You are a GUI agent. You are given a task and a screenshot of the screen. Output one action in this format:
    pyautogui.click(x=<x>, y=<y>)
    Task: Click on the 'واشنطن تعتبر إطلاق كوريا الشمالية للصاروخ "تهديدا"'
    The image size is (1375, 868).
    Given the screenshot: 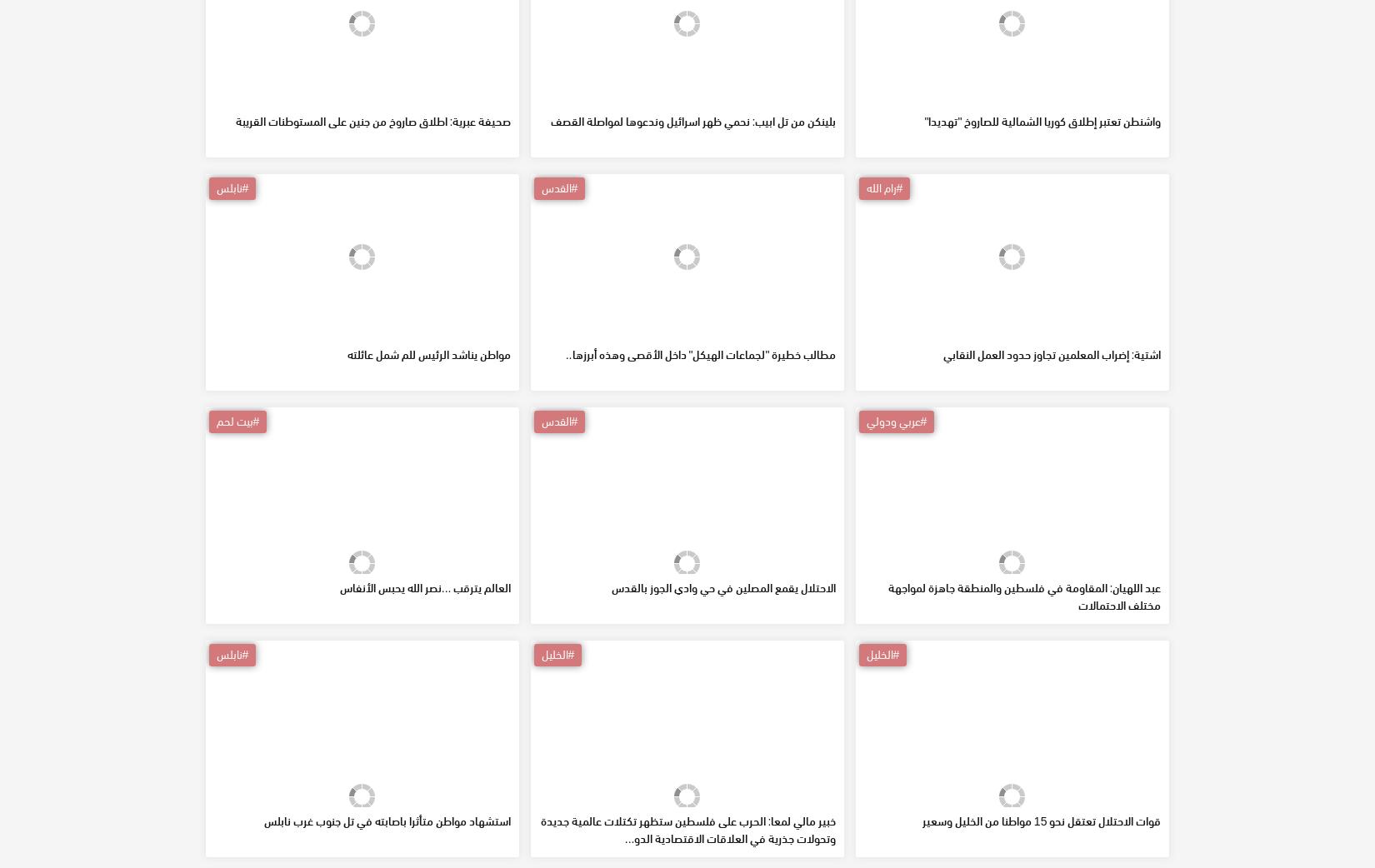 What is the action you would take?
    pyautogui.click(x=923, y=241)
    